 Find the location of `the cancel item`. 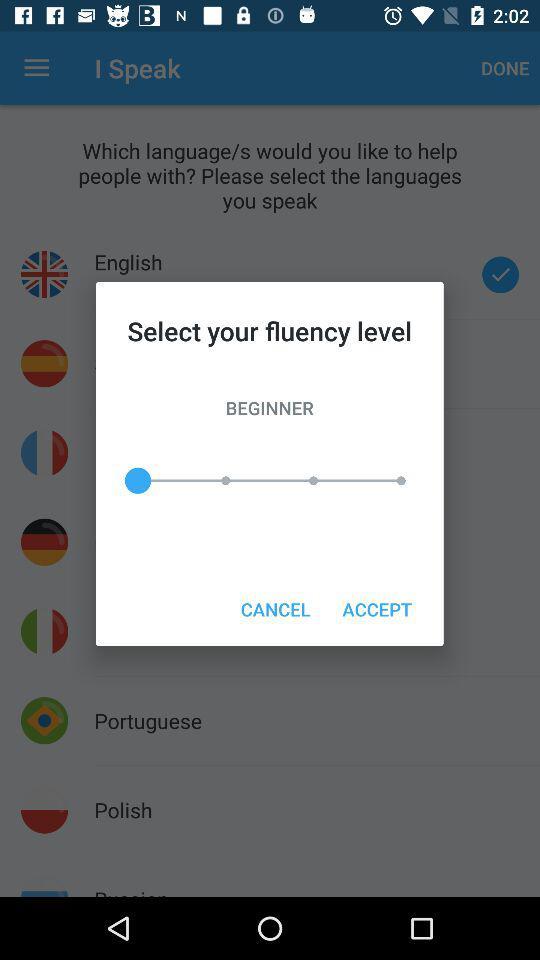

the cancel item is located at coordinates (274, 608).